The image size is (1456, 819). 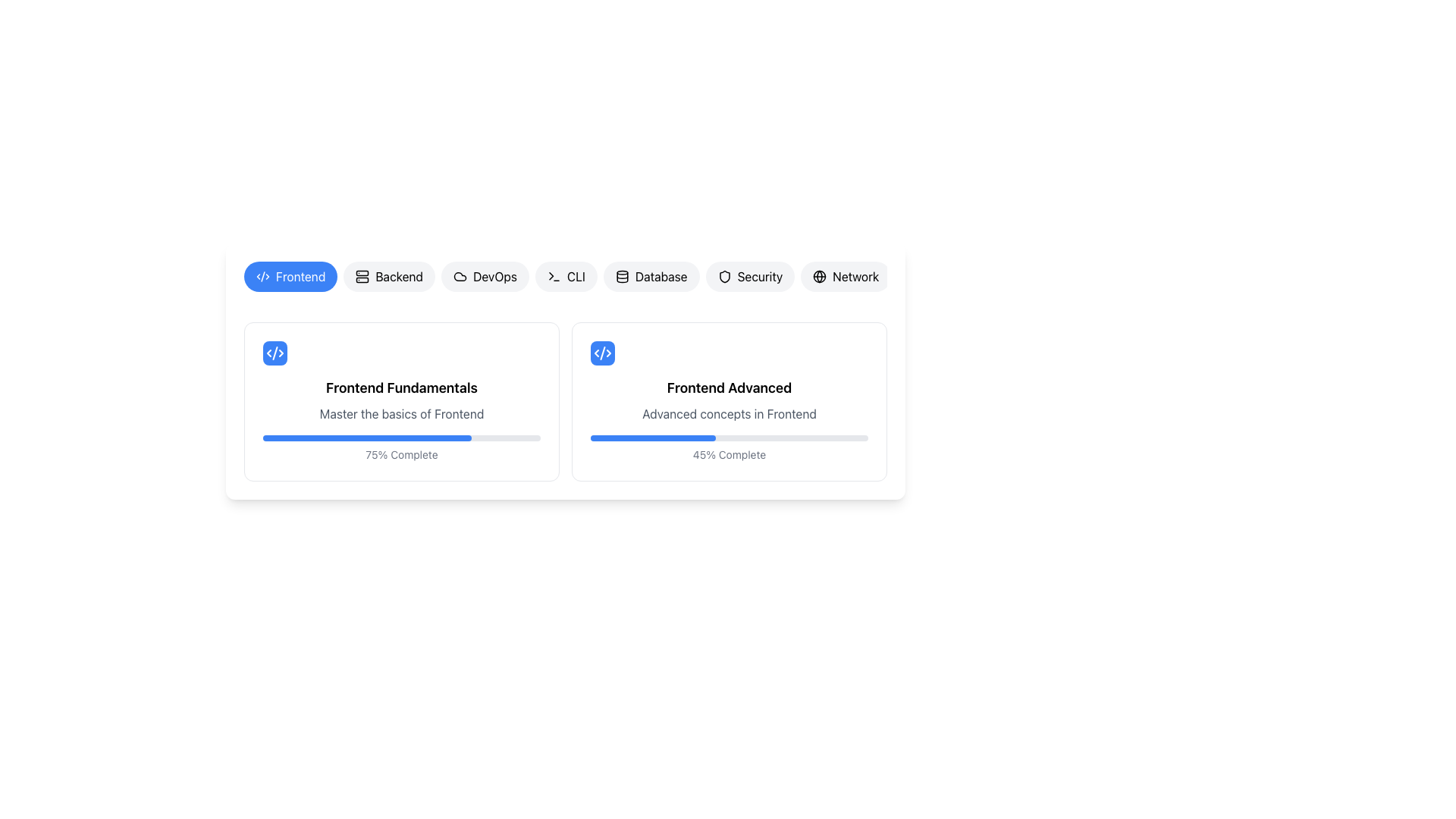 What do you see at coordinates (602, 353) in the screenshot?
I see `the blue rectangular button with a white code symbol icon located at the top-left of the 'Frontend Advanced' card` at bounding box center [602, 353].